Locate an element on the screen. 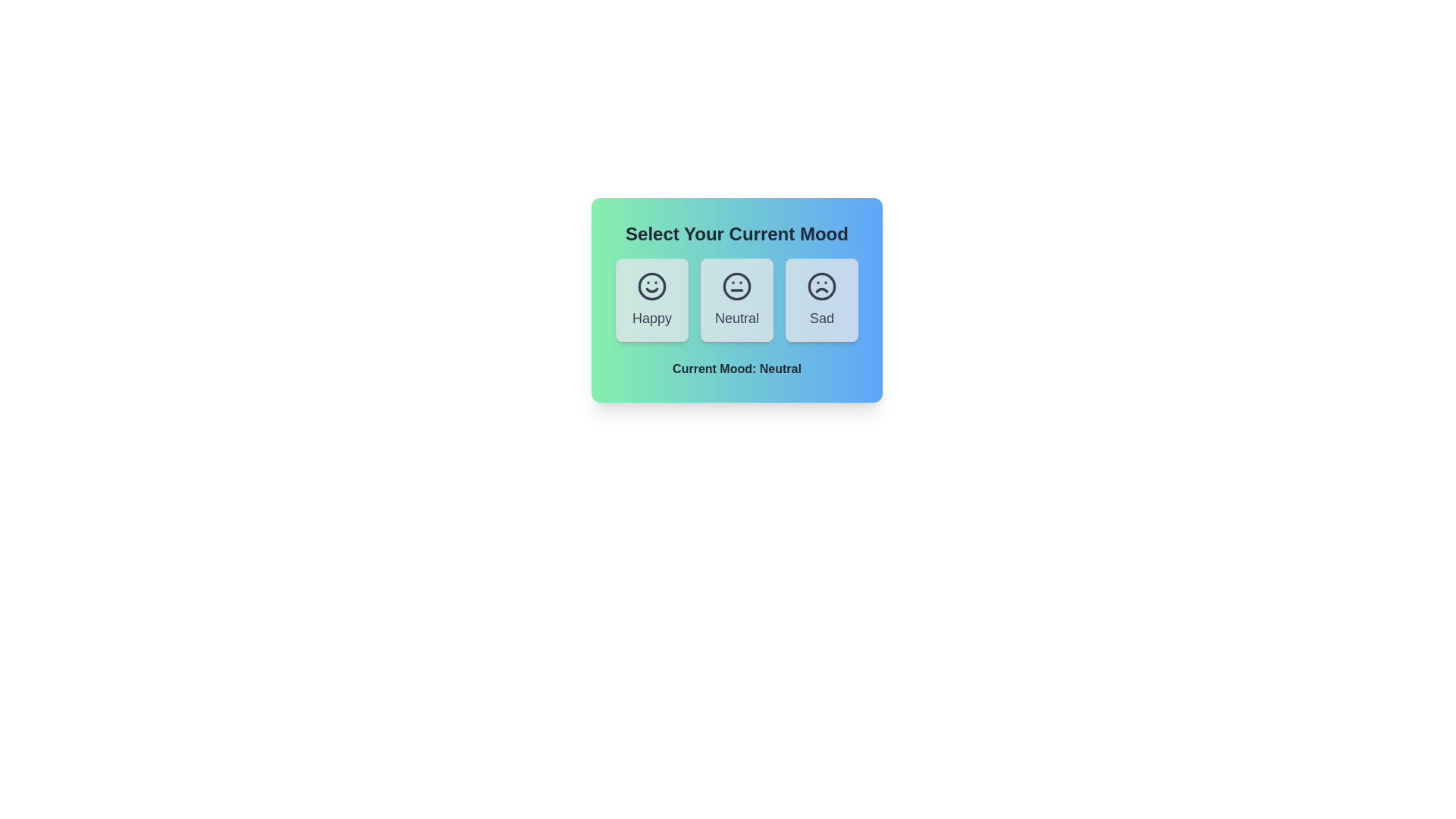 The height and width of the screenshot is (819, 1456). the mood button labeled Neutral is located at coordinates (736, 300).